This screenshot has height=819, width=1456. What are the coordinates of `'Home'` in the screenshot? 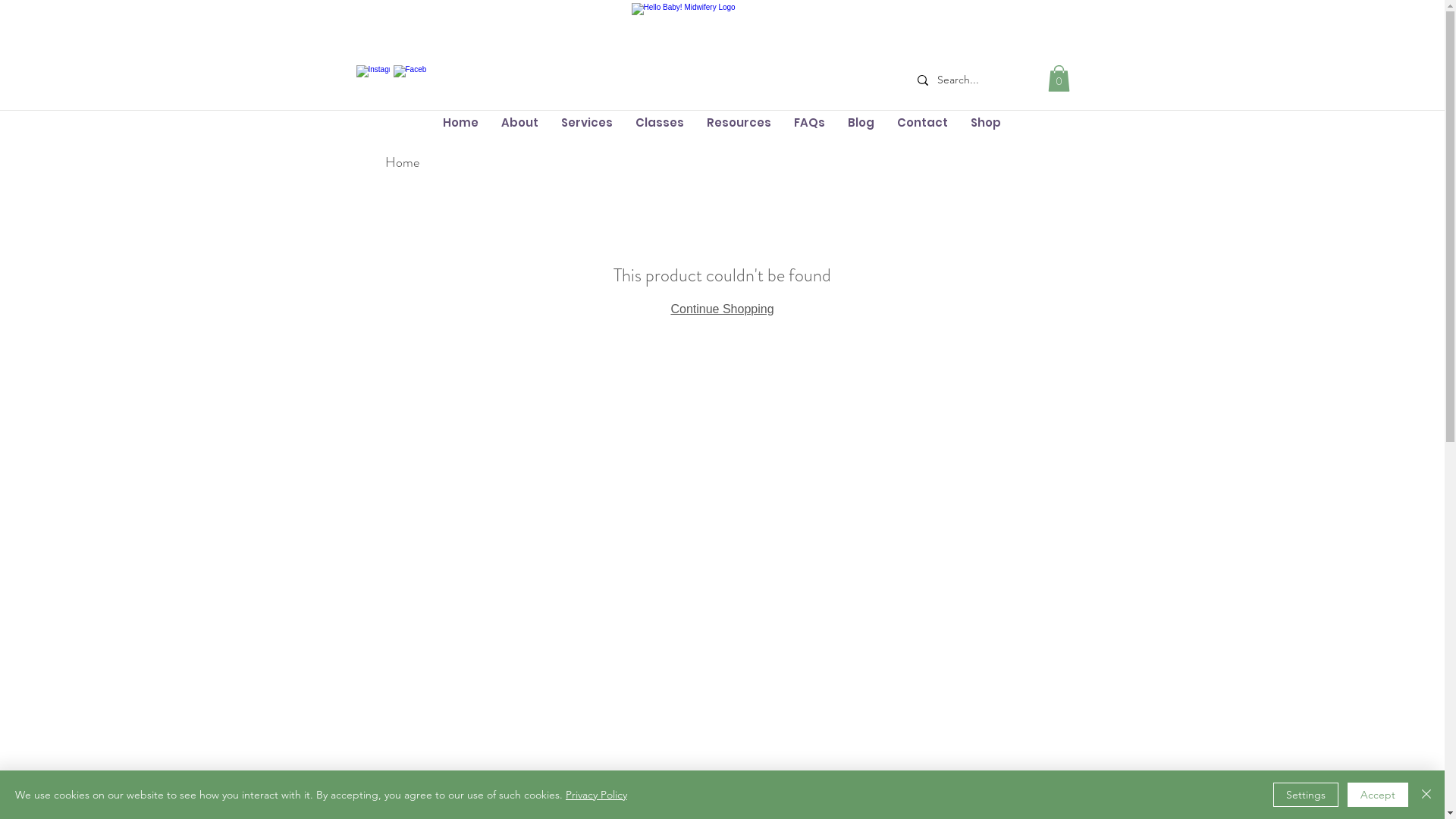 It's located at (429, 121).